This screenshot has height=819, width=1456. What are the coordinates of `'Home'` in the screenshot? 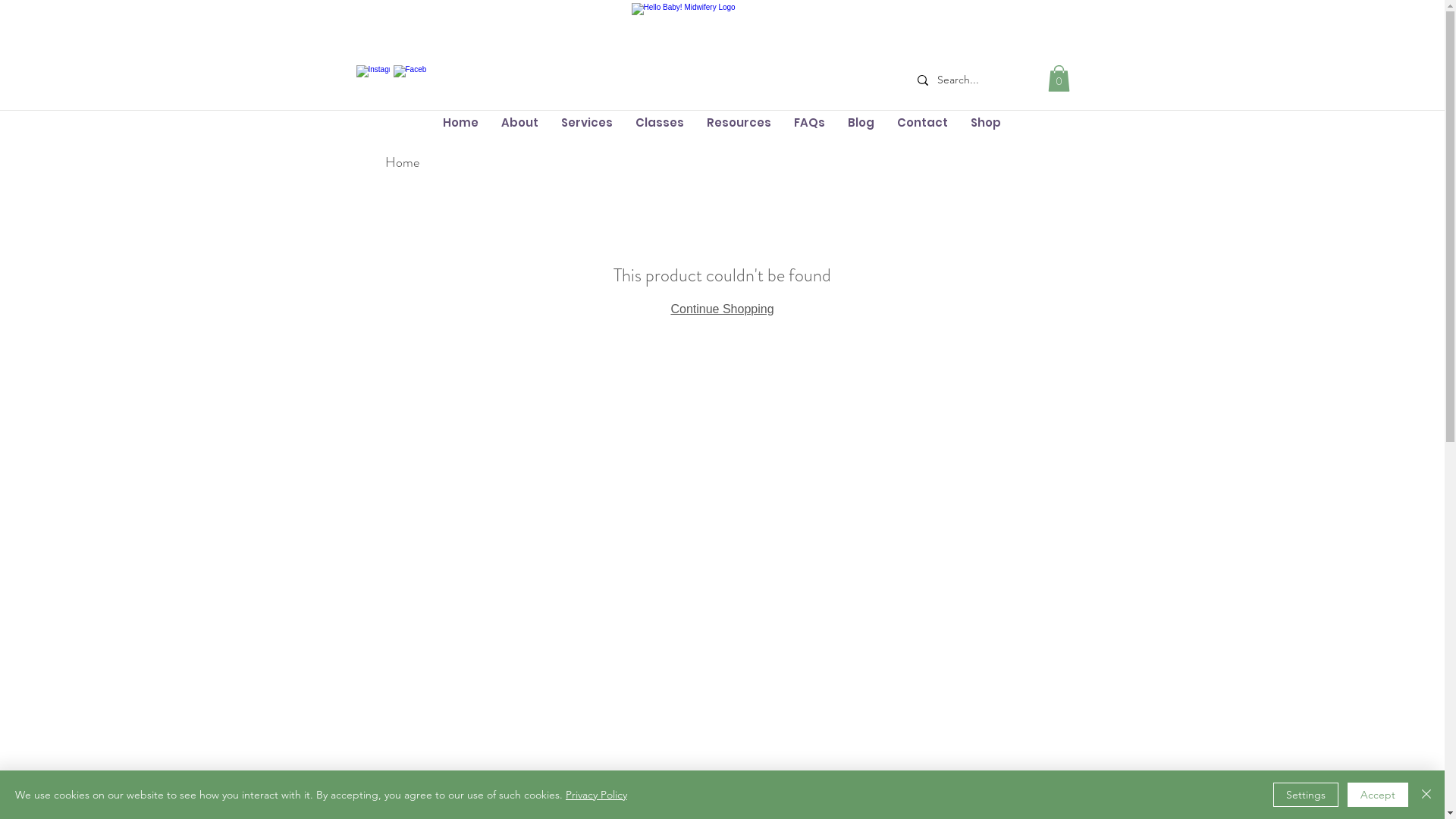 It's located at (429, 121).